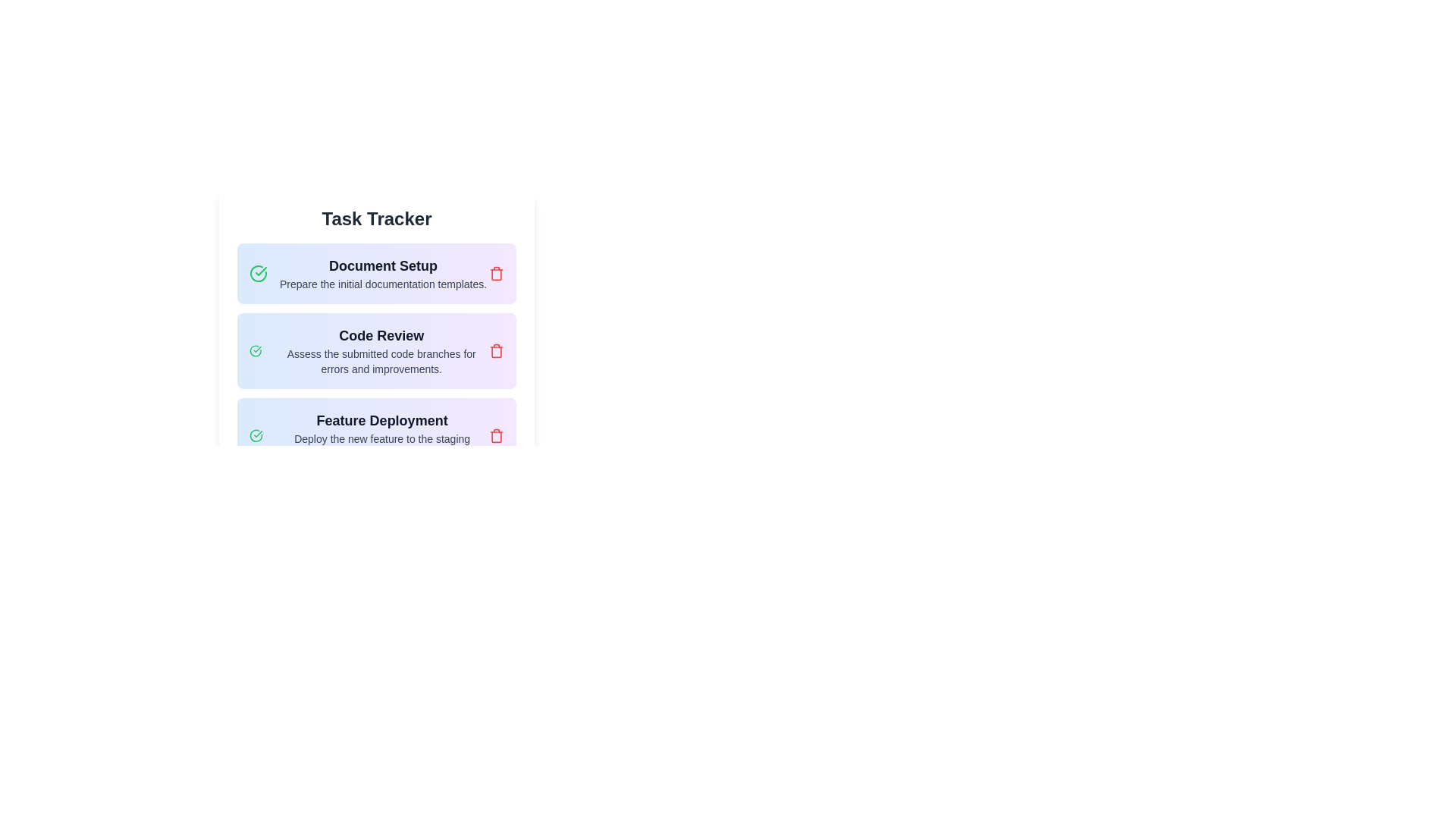 The height and width of the screenshot is (819, 1456). Describe the element at coordinates (383, 274) in the screenshot. I see `the informational text block titled 'Document Setup' that provides details on preparing initial documentation templates, located under the 'Task Tracker' heading` at that location.